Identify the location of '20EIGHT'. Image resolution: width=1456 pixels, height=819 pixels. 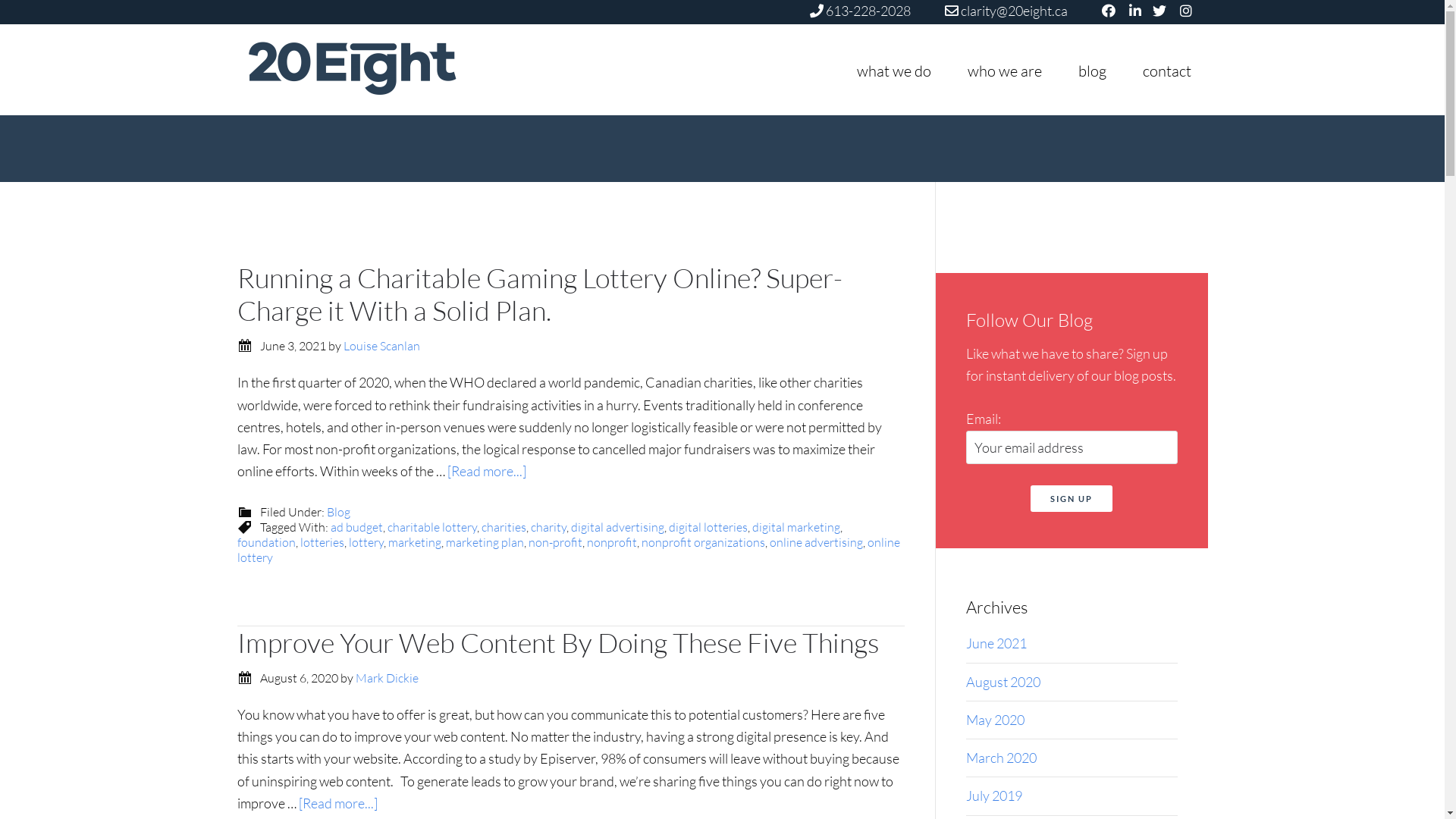
(372, 67).